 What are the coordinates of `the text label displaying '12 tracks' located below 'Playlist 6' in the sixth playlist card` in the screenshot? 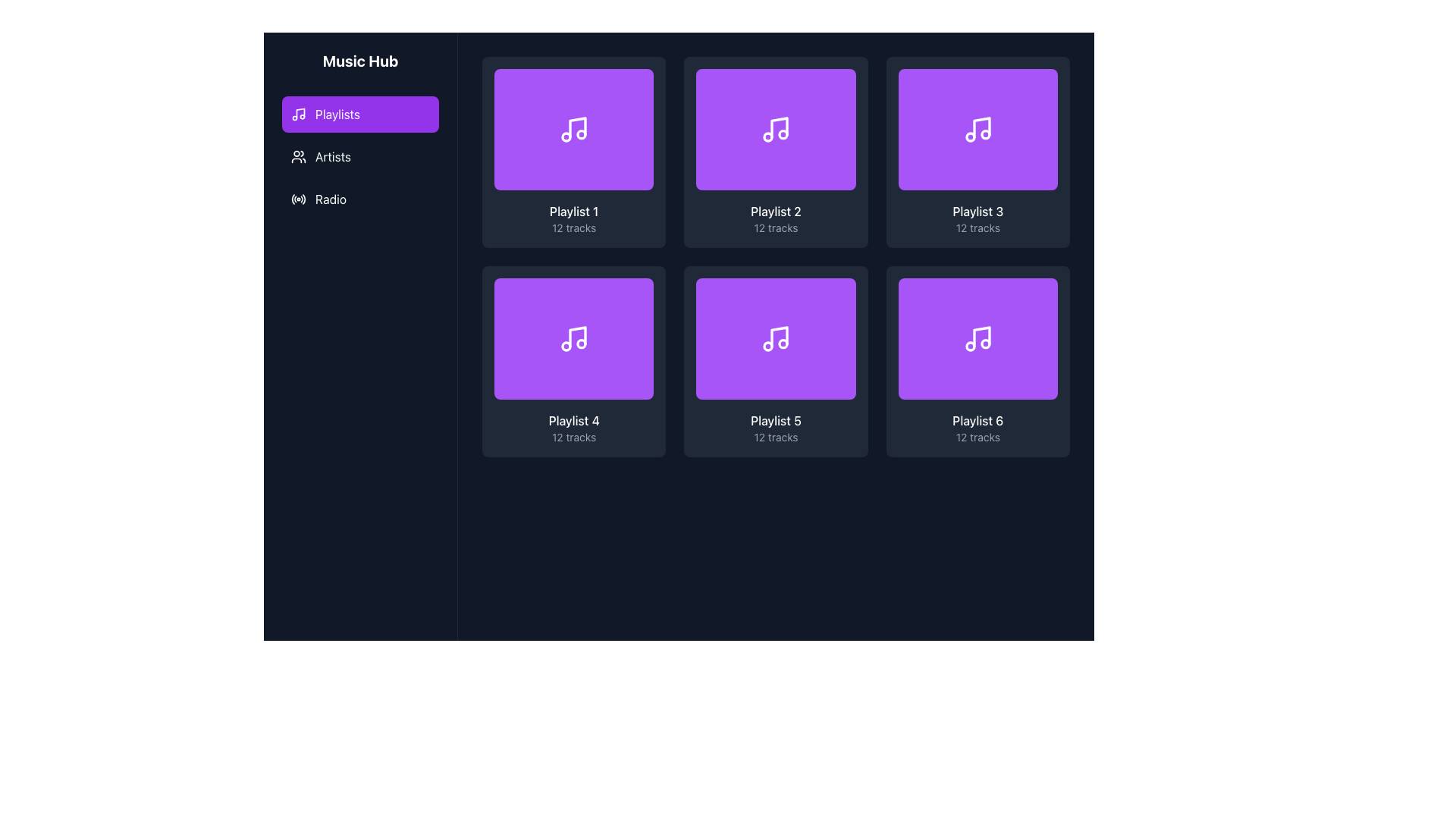 It's located at (977, 438).